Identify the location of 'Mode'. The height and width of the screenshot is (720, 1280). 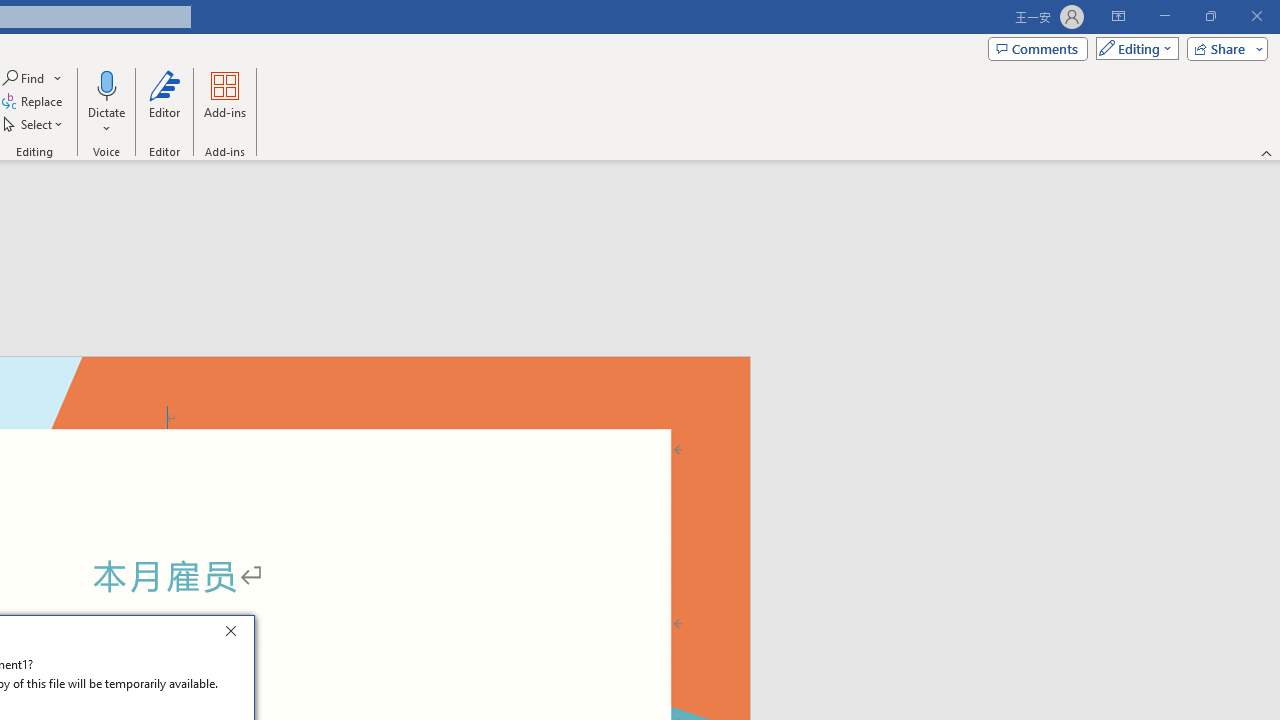
(1133, 47).